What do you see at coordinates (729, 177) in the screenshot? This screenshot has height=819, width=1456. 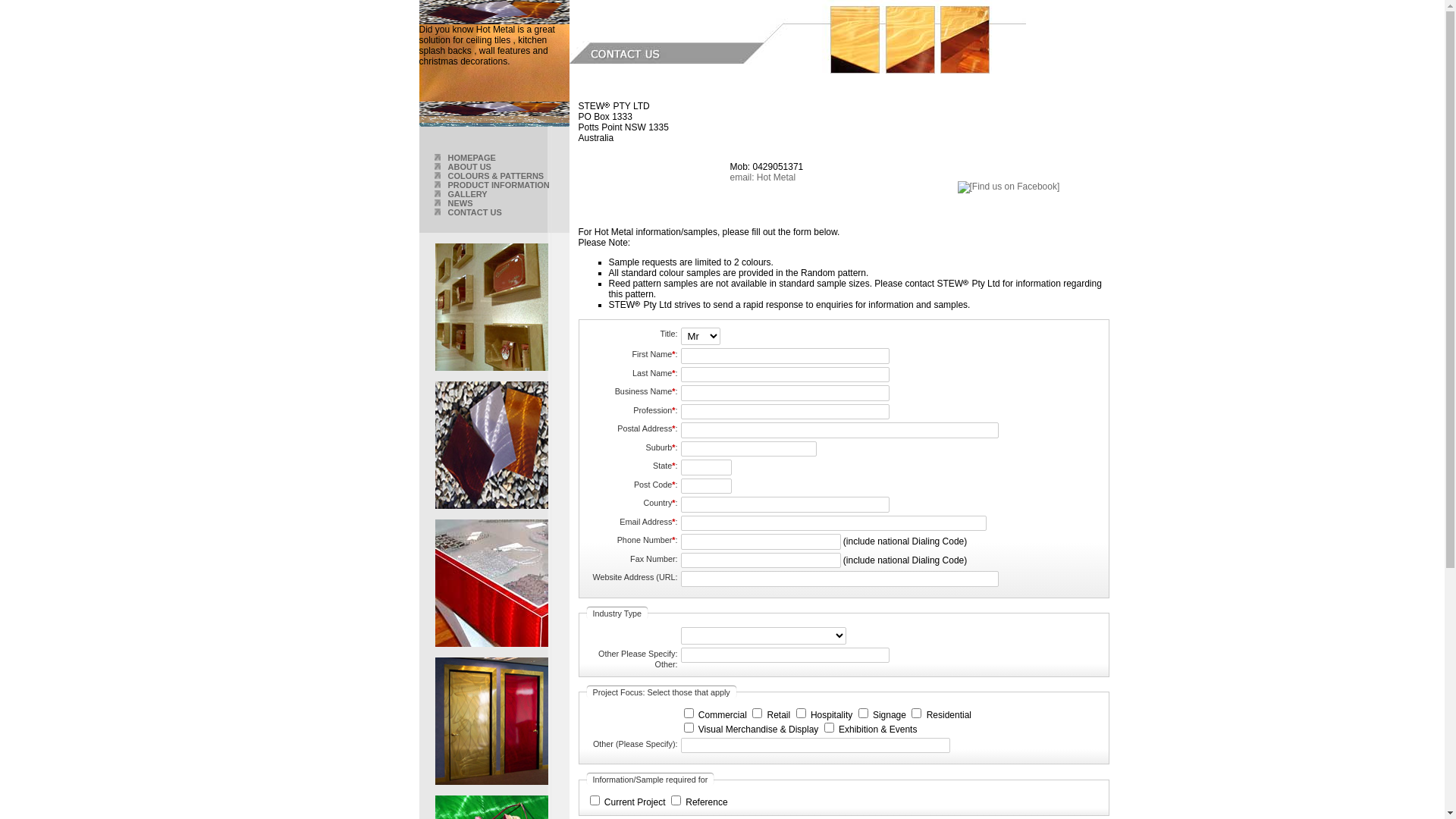 I see `'email: Hot Metal'` at bounding box center [729, 177].